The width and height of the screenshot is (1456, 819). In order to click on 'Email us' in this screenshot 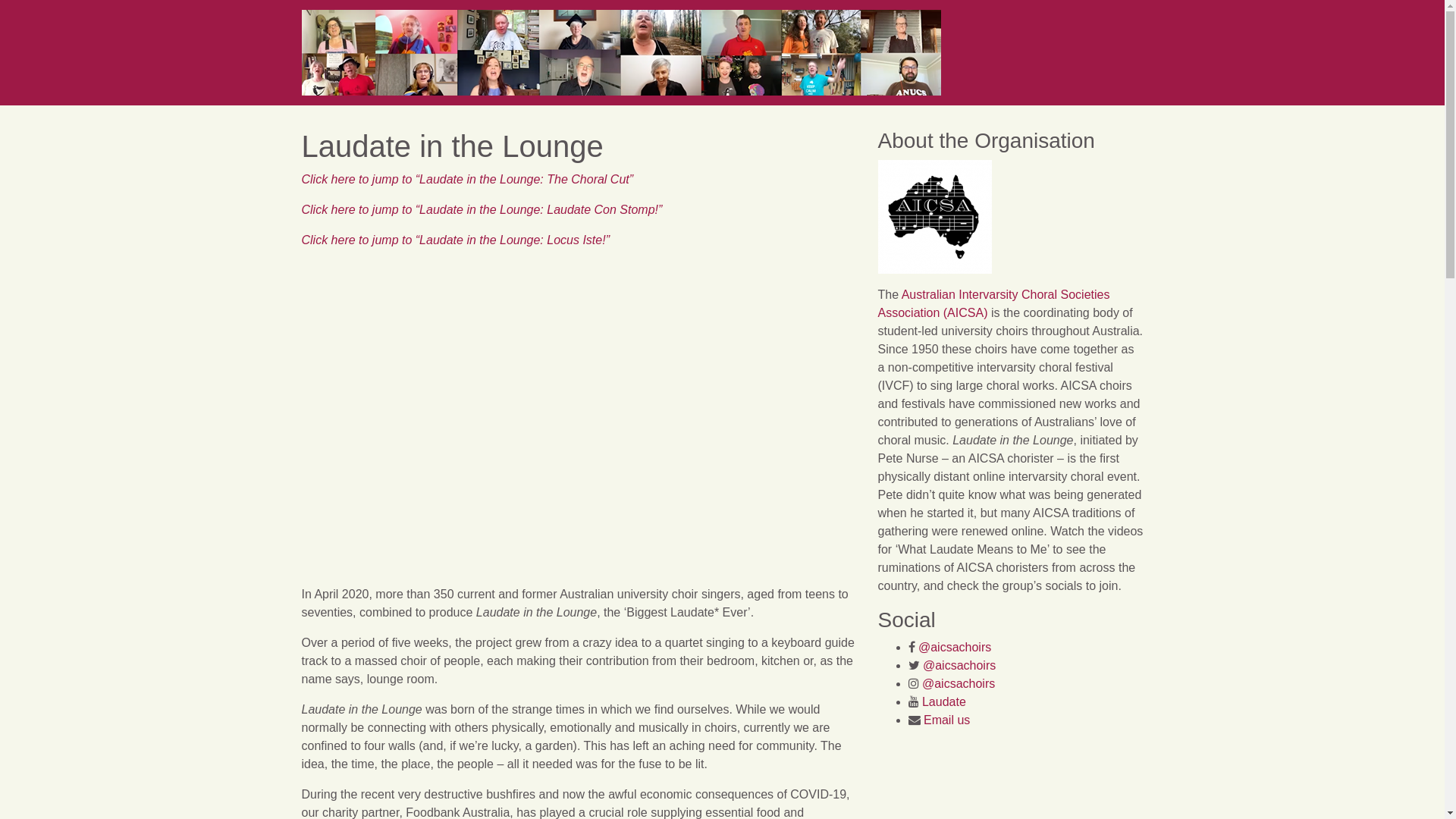, I will do `click(946, 719)`.